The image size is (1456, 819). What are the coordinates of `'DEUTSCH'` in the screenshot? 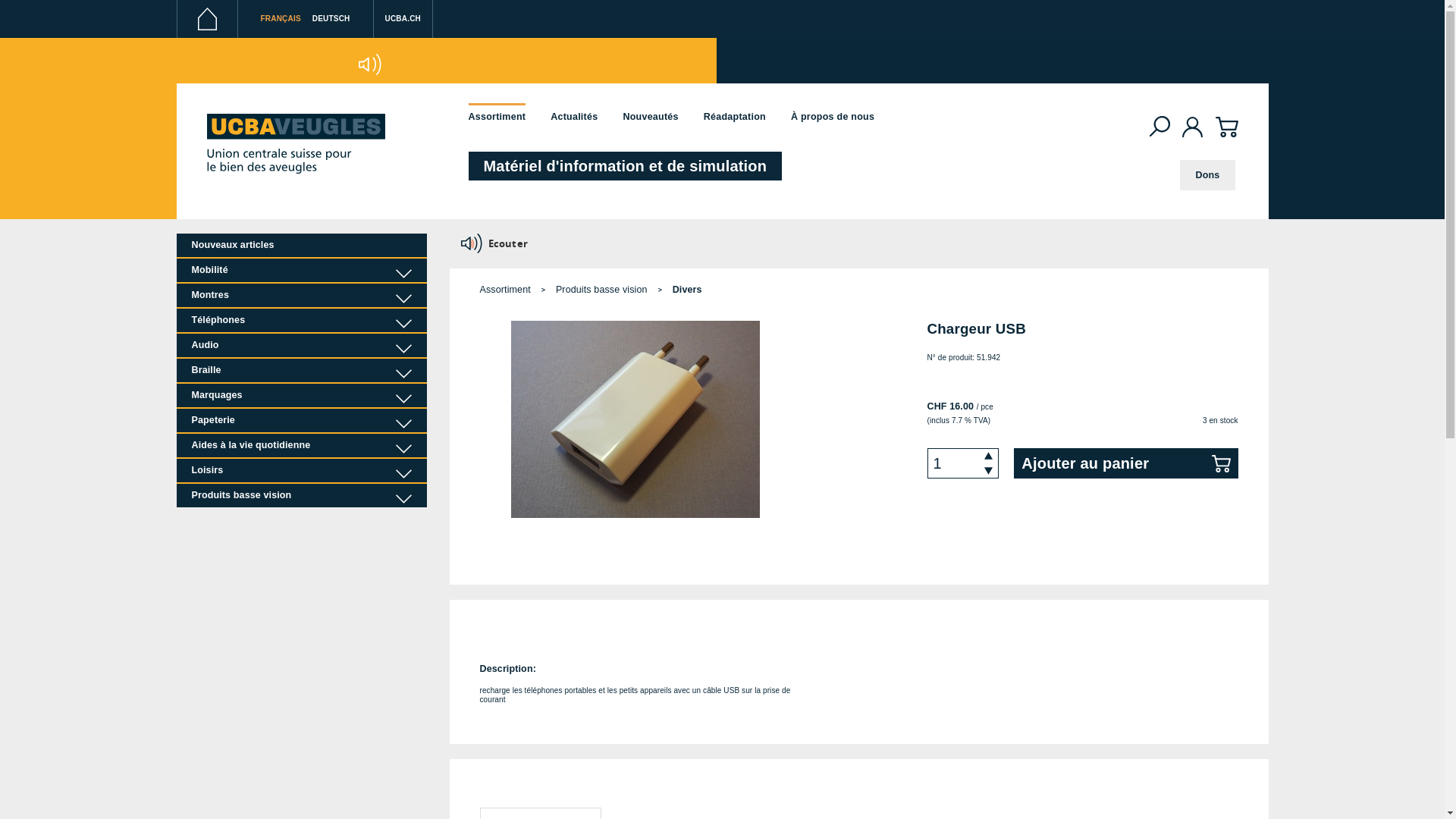 It's located at (330, 18).